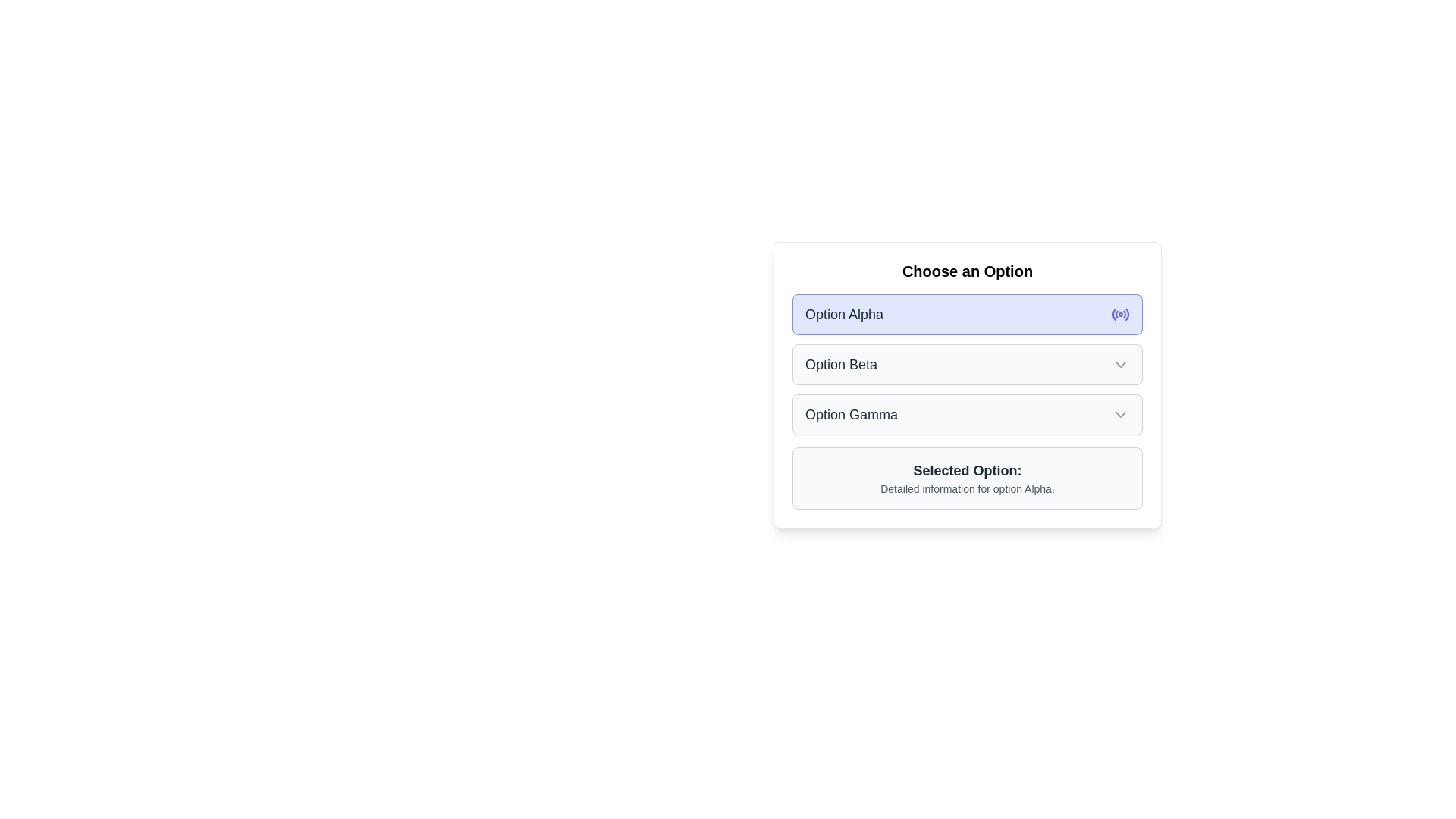 Image resolution: width=1456 pixels, height=819 pixels. Describe the element at coordinates (843, 314) in the screenshot. I see `the text label for the first listed option in the selection menu, which is positioned at the top of the list above 'Option Beta' and 'Option Gamma'` at that location.